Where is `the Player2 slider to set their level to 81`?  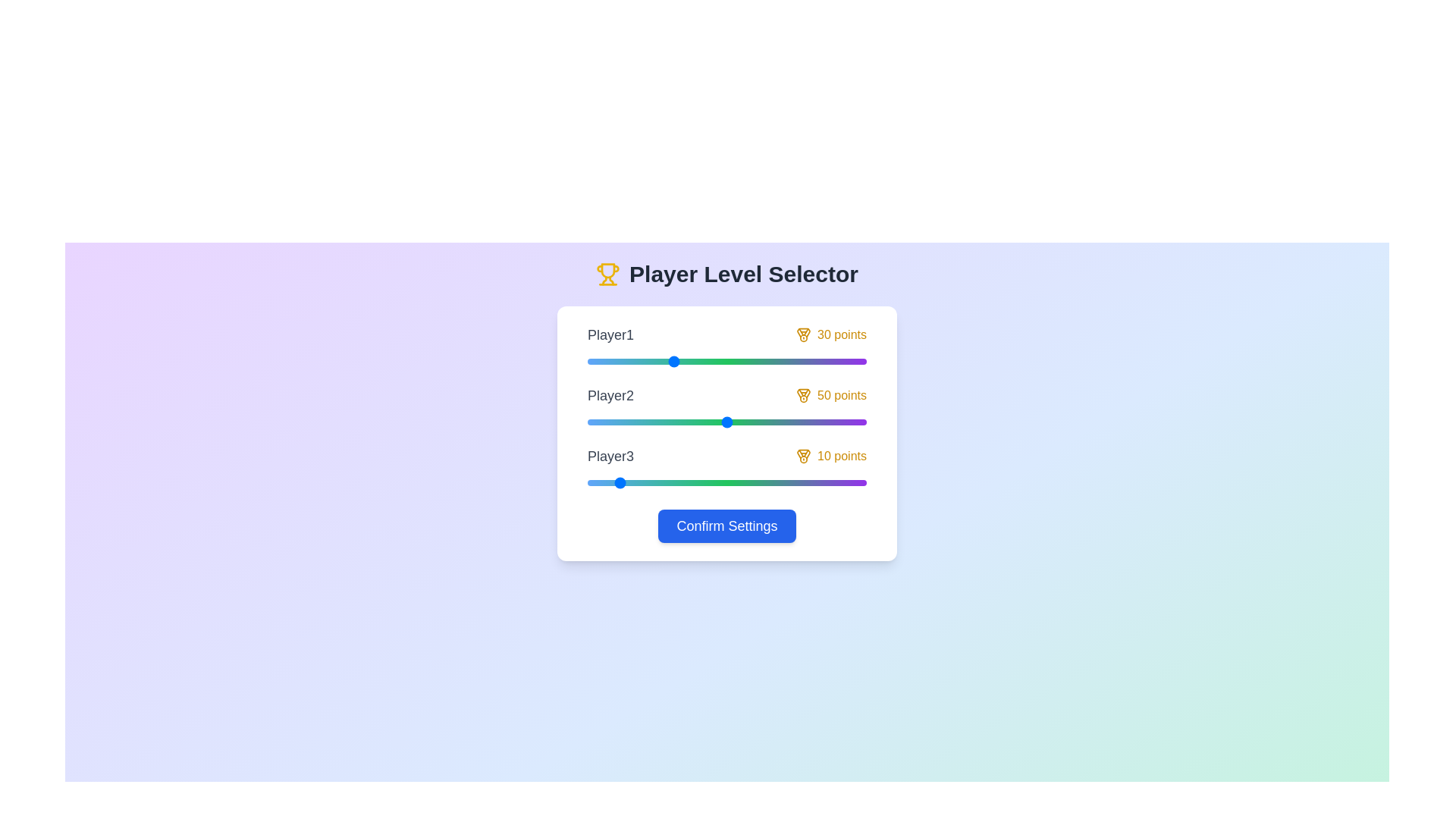 the Player2 slider to set their level to 81 is located at coordinates (813, 422).